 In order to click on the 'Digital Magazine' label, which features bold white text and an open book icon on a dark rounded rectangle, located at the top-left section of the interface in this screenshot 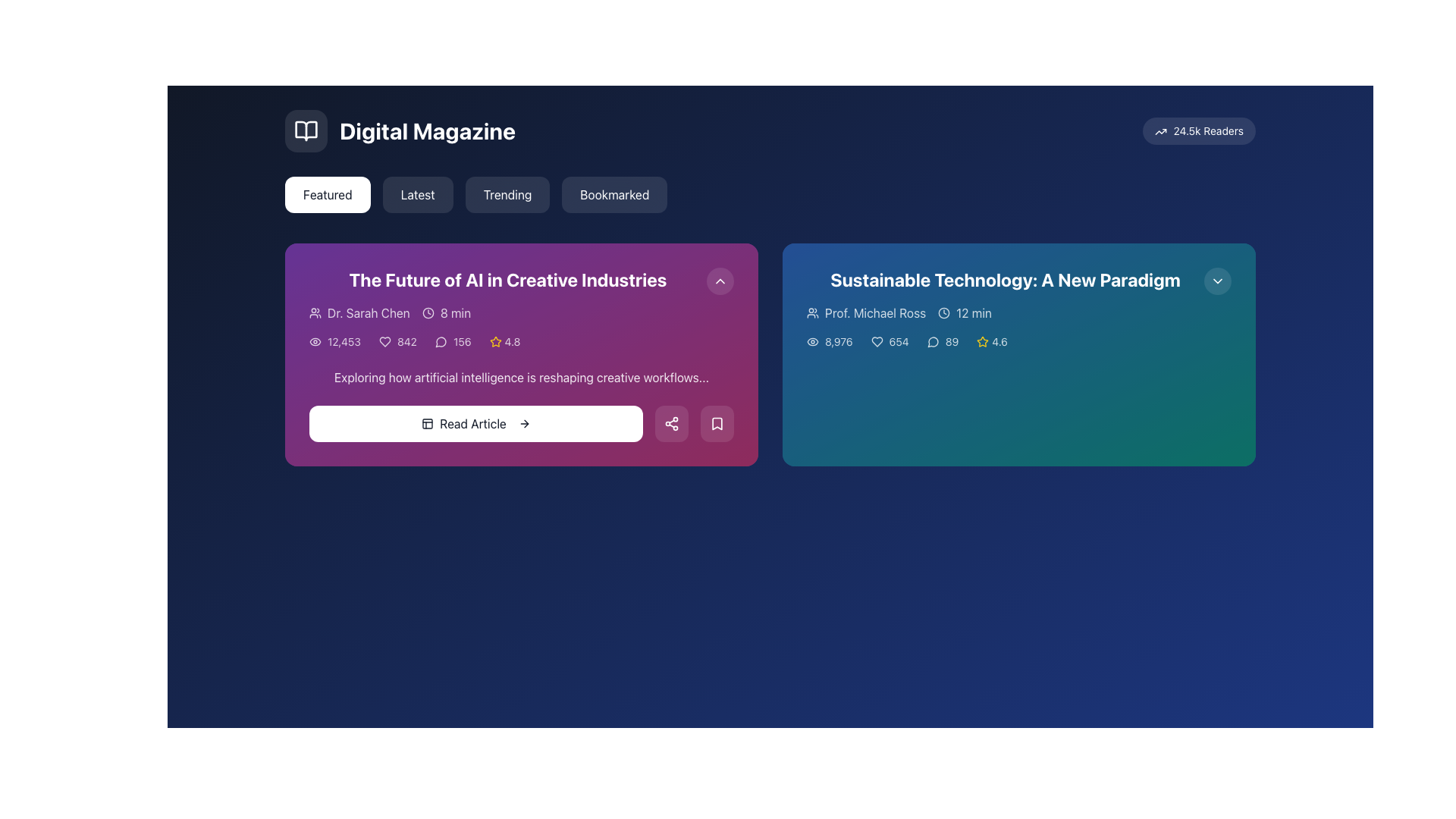, I will do `click(400, 130)`.